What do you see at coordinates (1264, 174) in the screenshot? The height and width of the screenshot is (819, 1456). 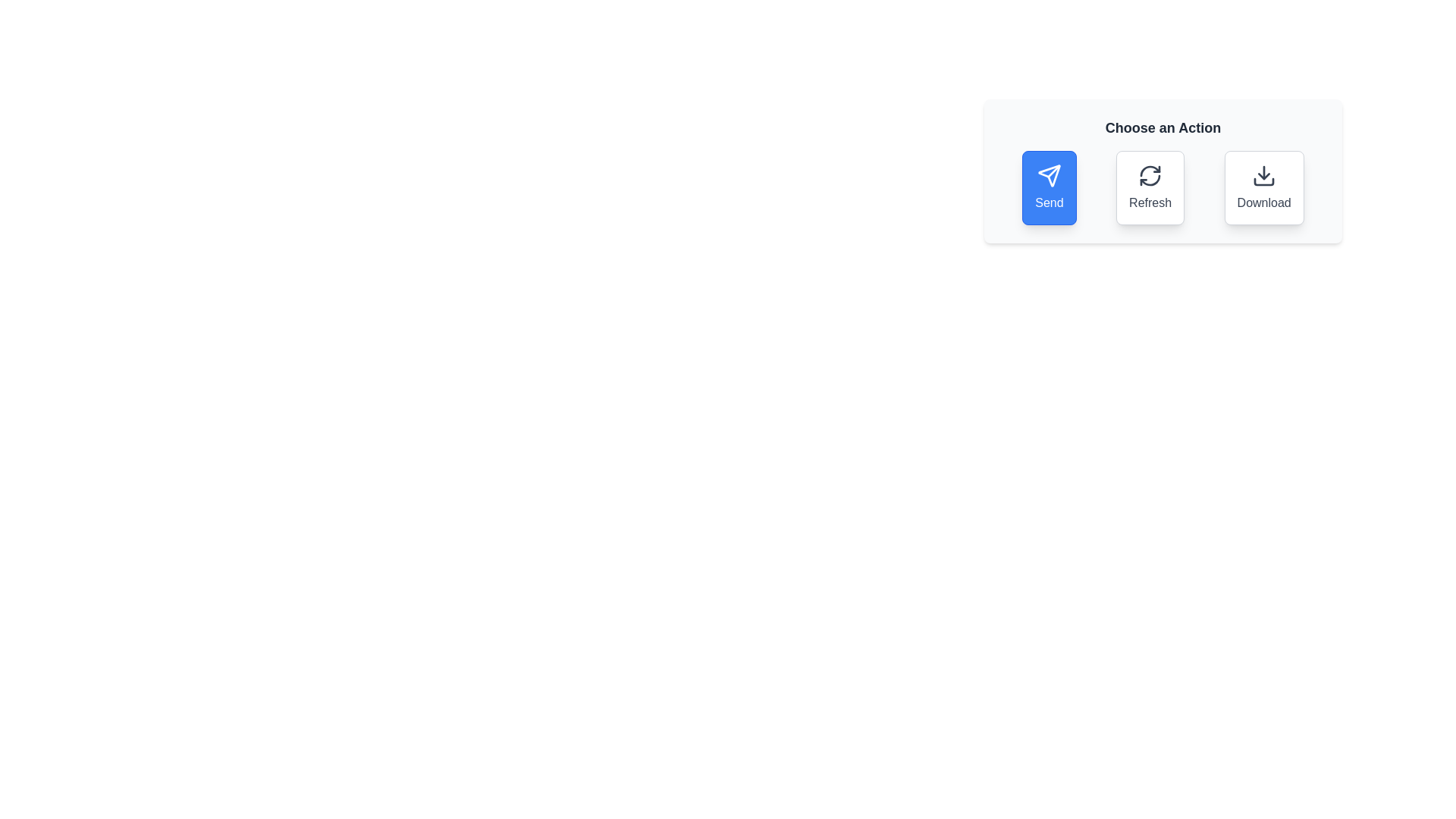 I see `the icon of the Download action chip` at bounding box center [1264, 174].